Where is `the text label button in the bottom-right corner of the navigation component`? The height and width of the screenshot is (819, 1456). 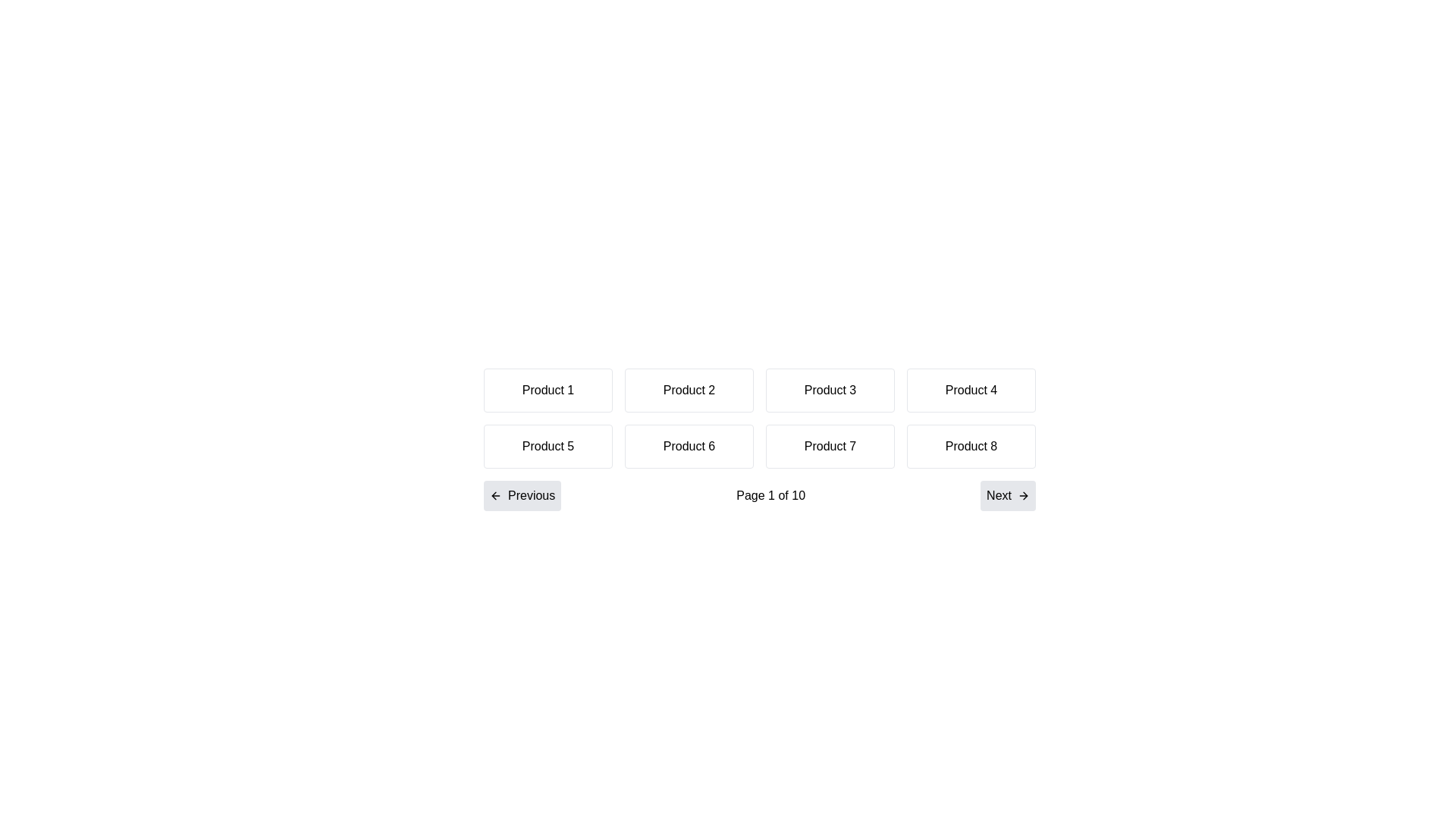
the text label button in the bottom-right corner of the navigation component is located at coordinates (999, 496).